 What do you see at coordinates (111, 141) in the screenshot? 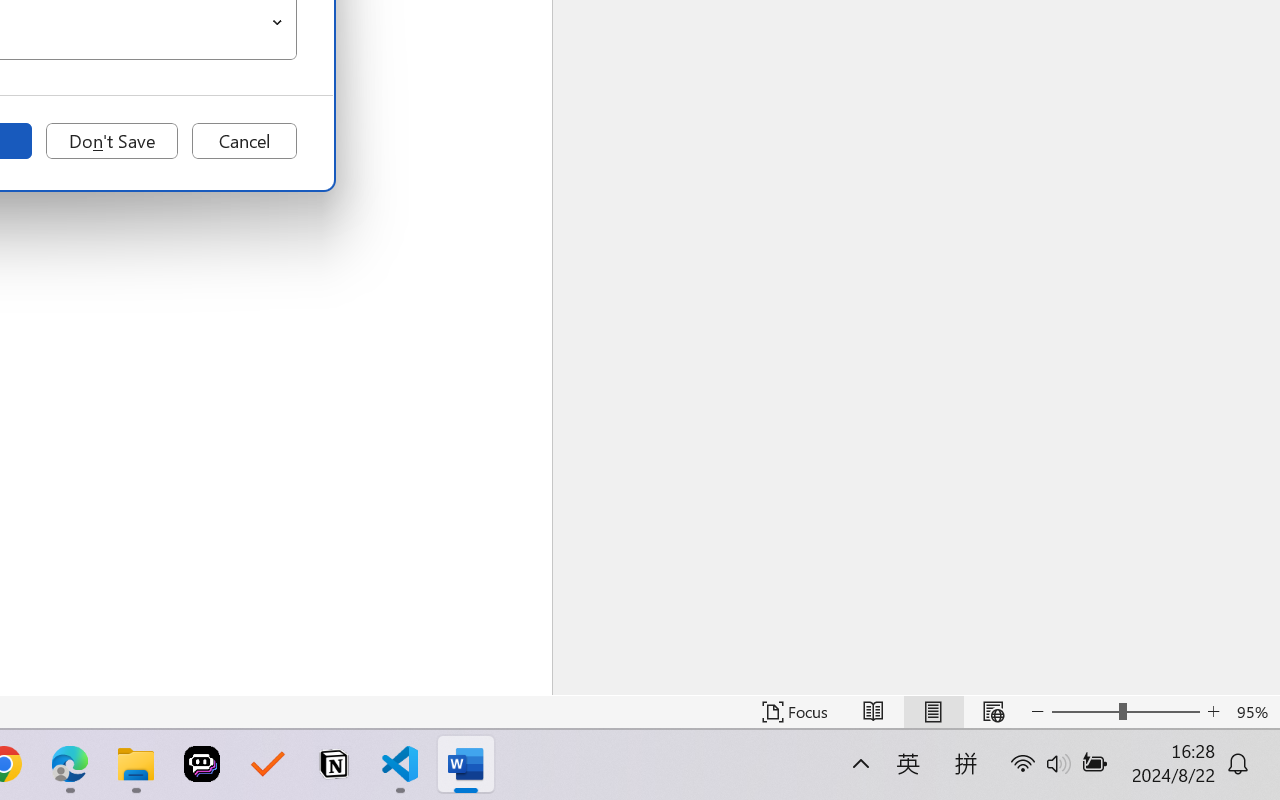
I see `'Don'` at bounding box center [111, 141].